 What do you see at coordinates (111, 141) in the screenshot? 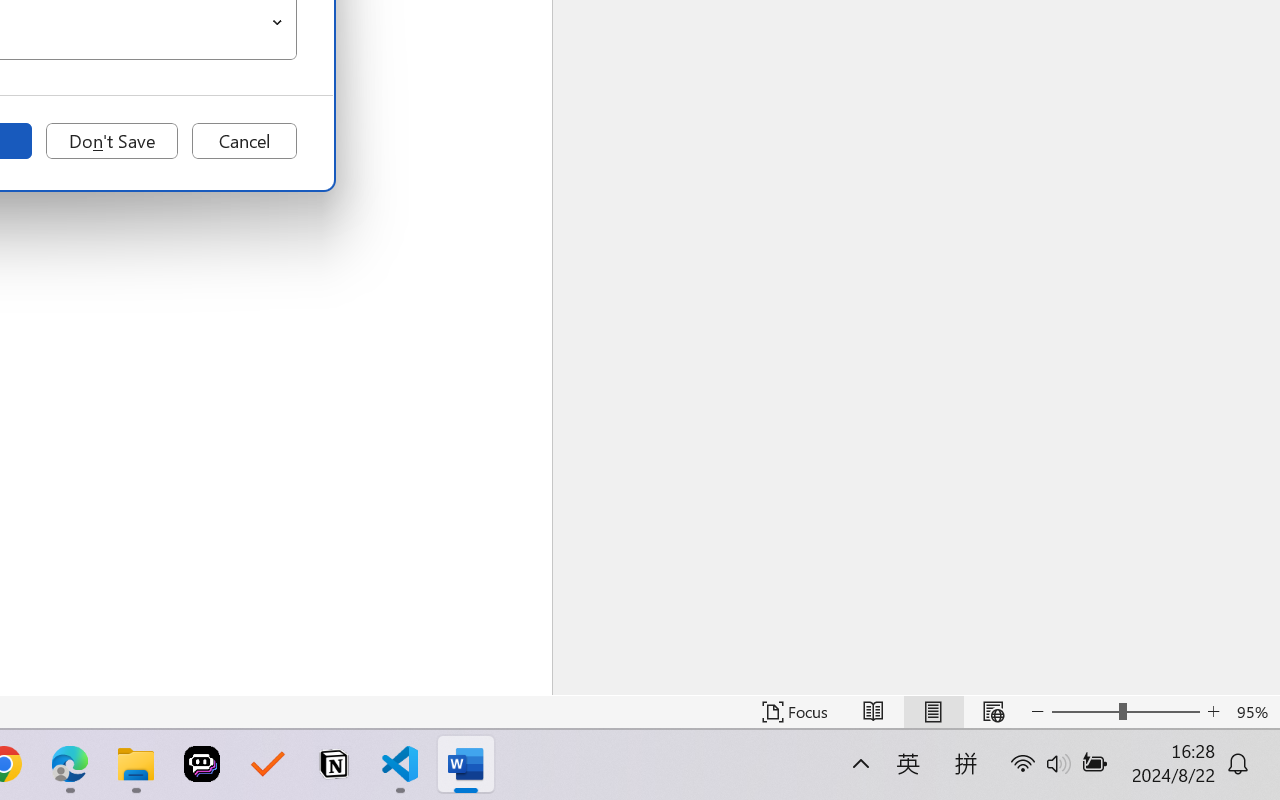
I see `'Don'` at bounding box center [111, 141].